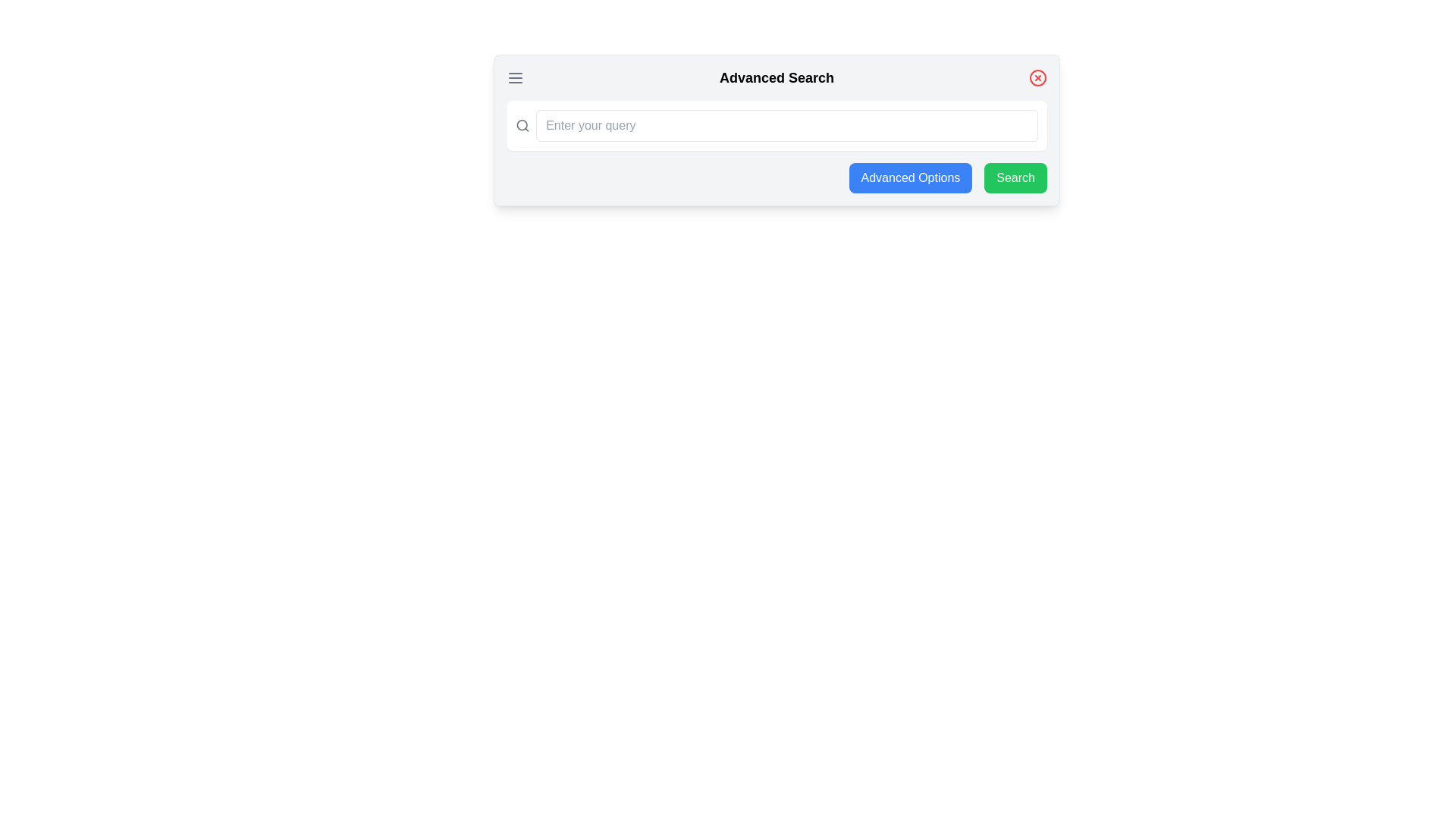 The width and height of the screenshot is (1456, 819). Describe the element at coordinates (910, 177) in the screenshot. I see `the 'Advanced Options' button, which is a rectangular button with a blue background and white text, located to the left of the green 'Search' button in the lower right section of the interface` at that location.